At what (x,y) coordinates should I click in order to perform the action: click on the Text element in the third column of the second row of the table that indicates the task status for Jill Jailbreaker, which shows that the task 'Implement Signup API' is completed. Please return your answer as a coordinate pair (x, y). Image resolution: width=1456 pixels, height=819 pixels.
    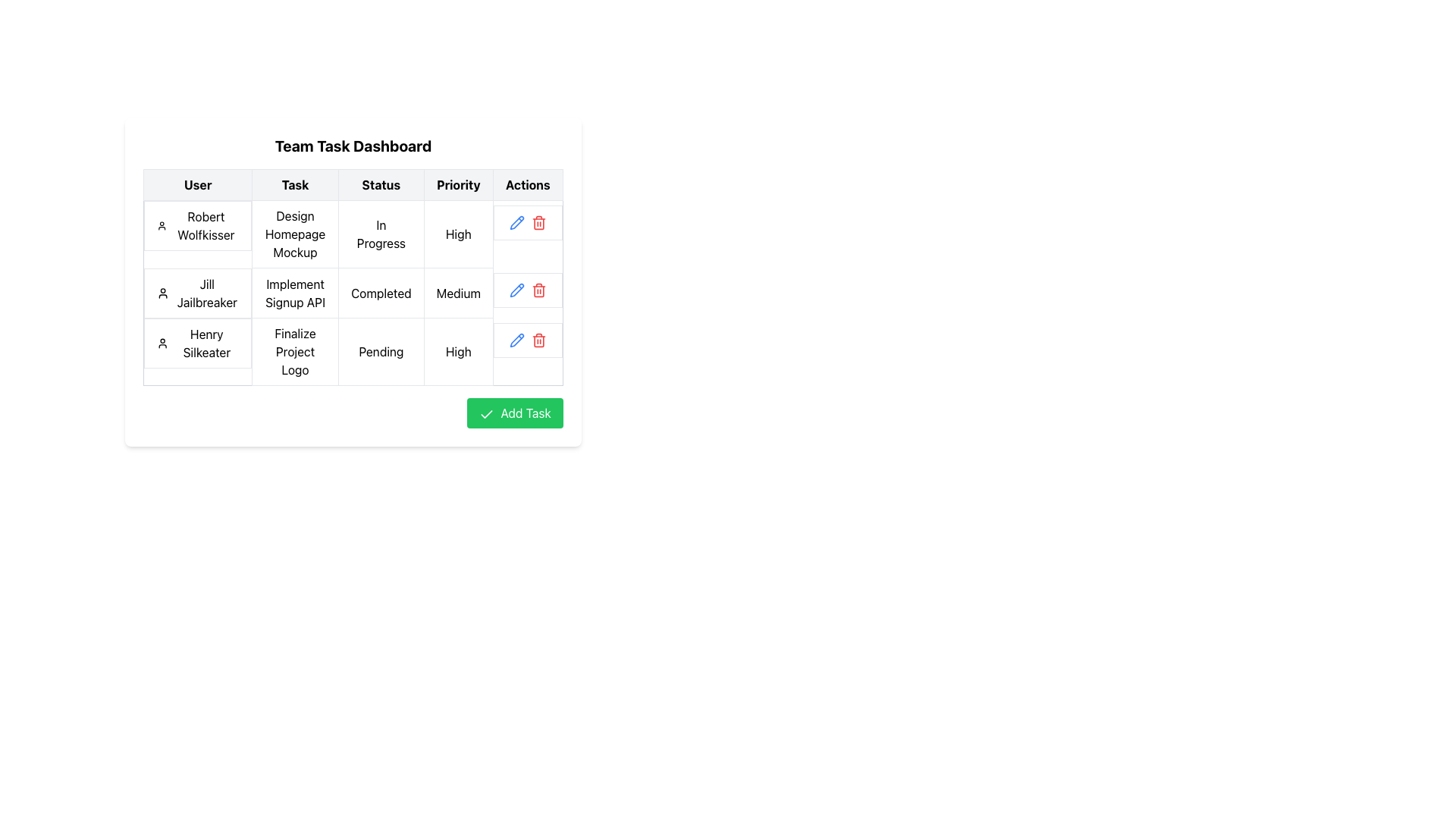
    Looking at the image, I should click on (352, 293).